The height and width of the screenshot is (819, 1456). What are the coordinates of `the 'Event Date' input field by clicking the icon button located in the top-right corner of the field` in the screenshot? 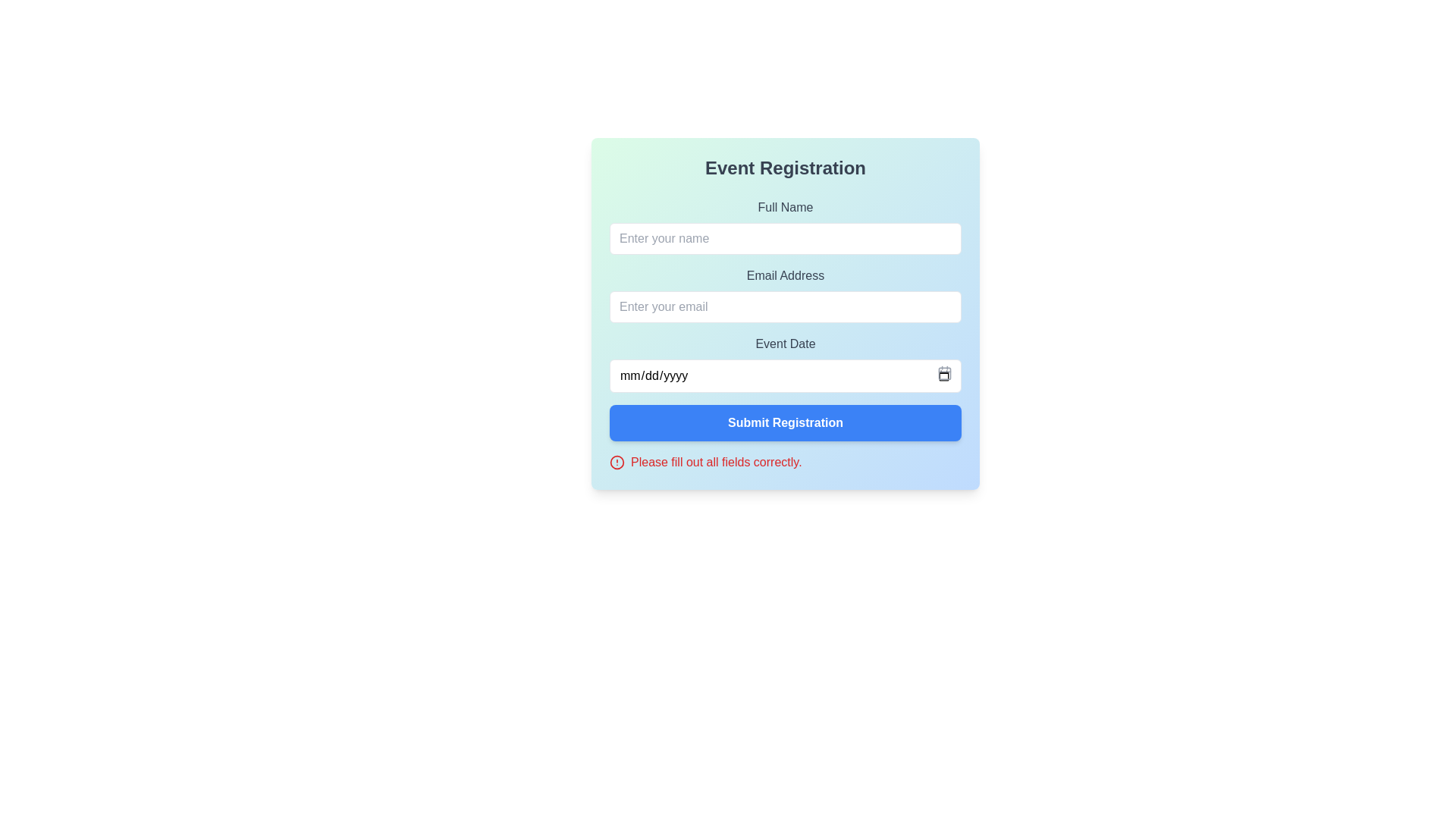 It's located at (944, 373).